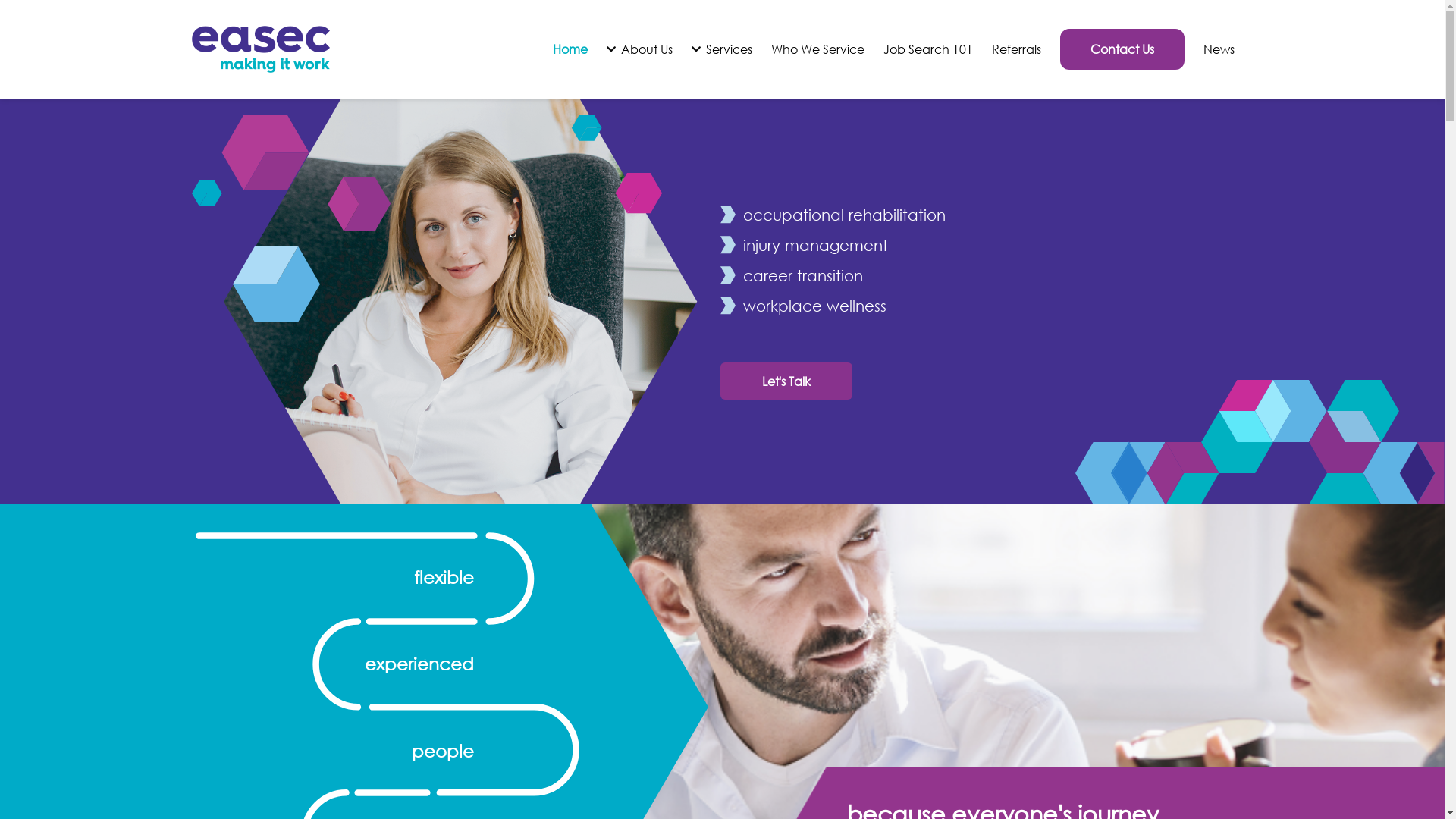 This screenshot has height=819, width=1456. What do you see at coordinates (770, 49) in the screenshot?
I see `'Who We Service'` at bounding box center [770, 49].